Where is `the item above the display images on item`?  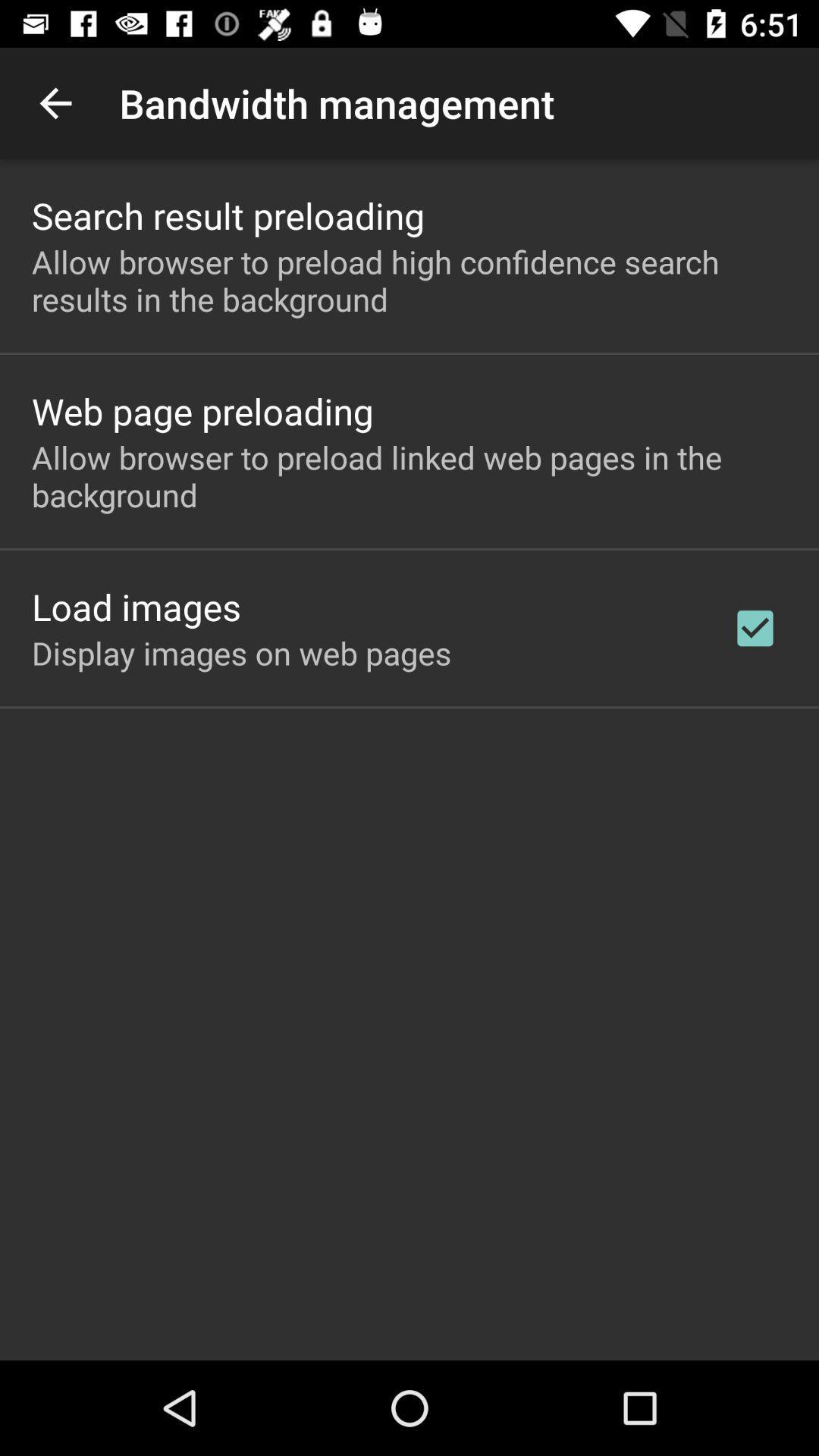
the item above the display images on item is located at coordinates (136, 607).